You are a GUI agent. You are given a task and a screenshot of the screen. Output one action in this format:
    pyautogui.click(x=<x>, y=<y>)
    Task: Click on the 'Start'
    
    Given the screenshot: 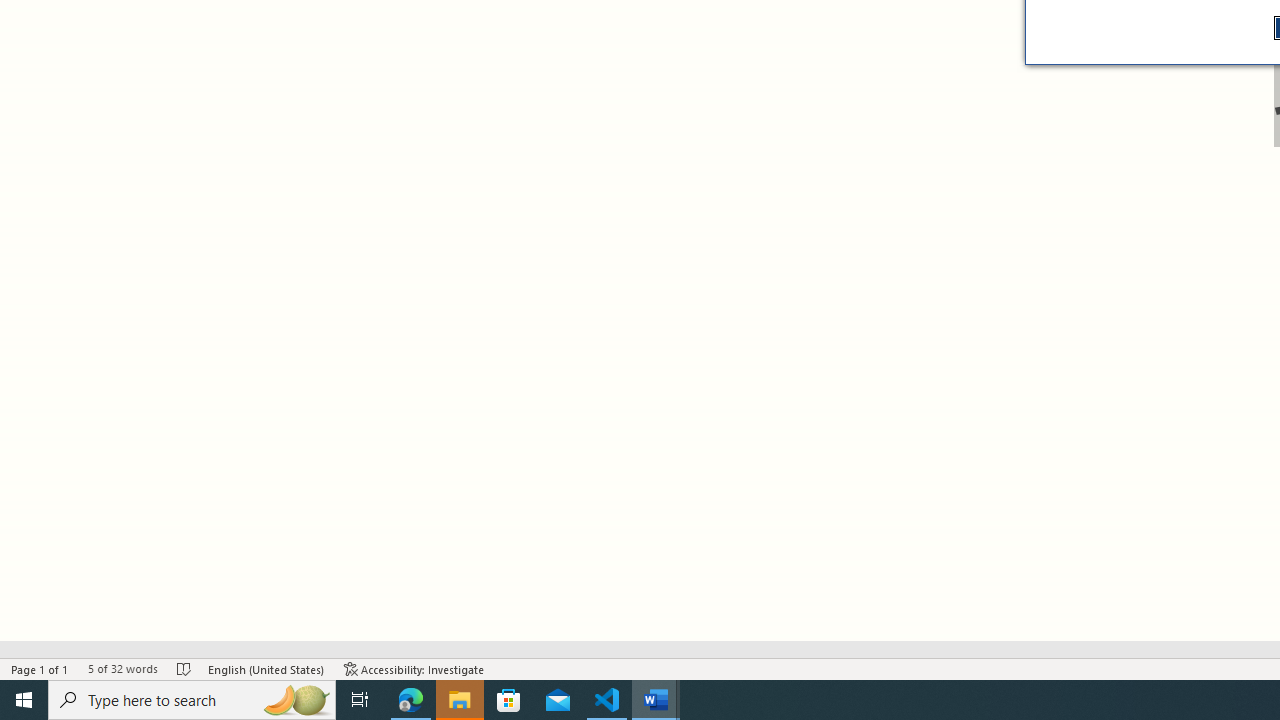 What is the action you would take?
    pyautogui.click(x=24, y=698)
    